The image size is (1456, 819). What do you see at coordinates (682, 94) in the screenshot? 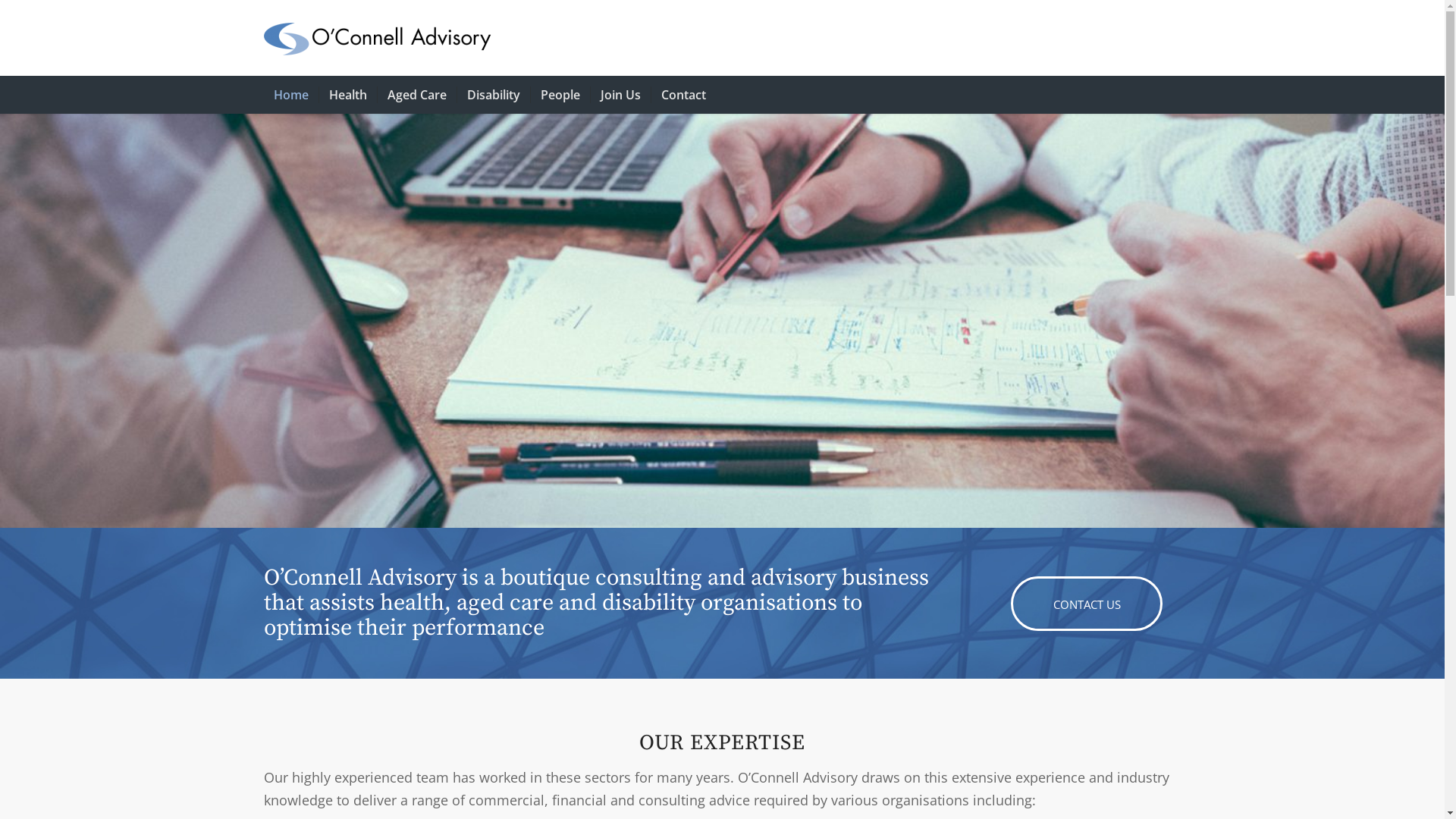
I see `'Contact'` at bounding box center [682, 94].